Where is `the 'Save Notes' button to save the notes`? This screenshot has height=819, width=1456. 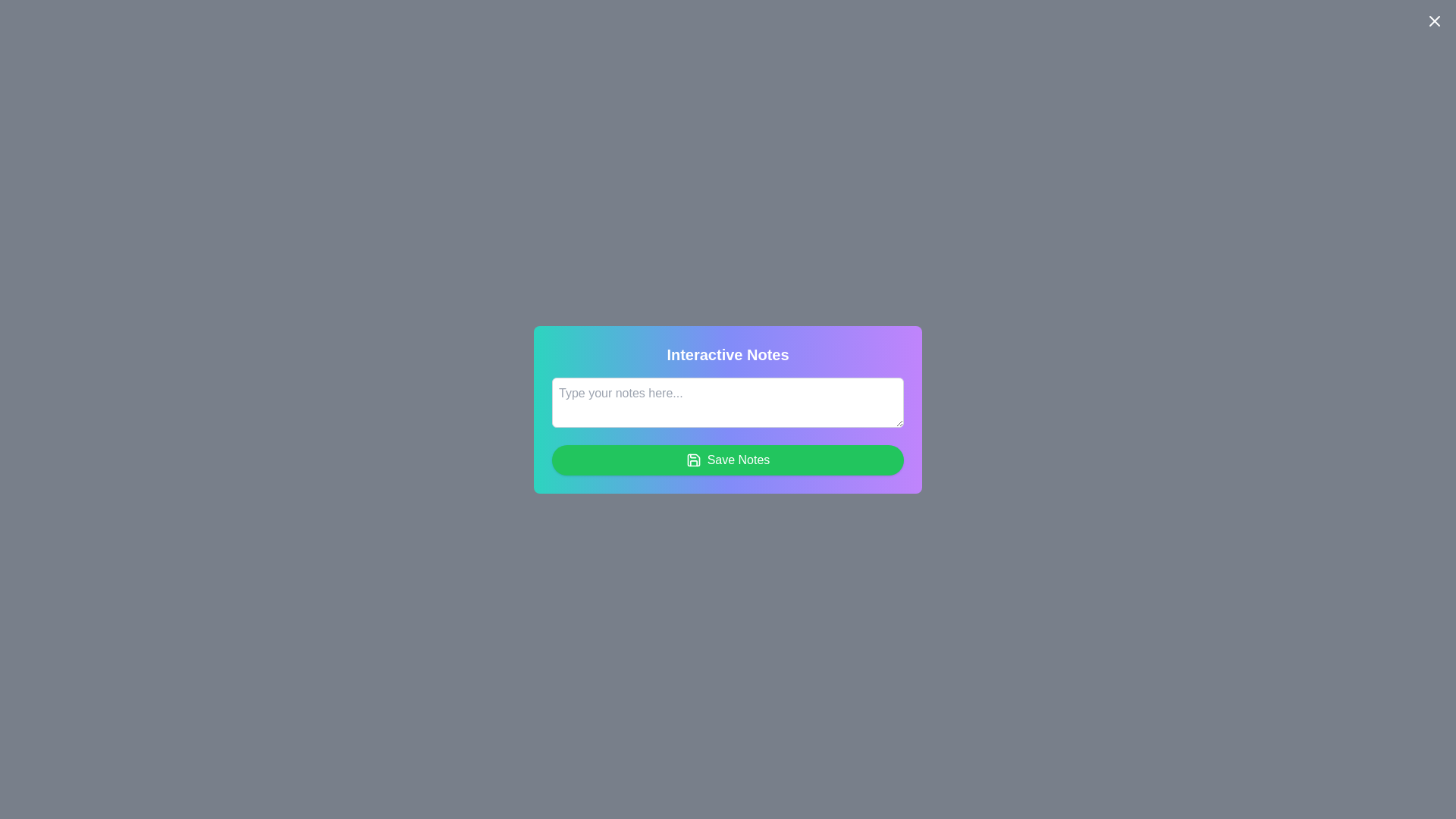 the 'Save Notes' button to save the notes is located at coordinates (728, 459).